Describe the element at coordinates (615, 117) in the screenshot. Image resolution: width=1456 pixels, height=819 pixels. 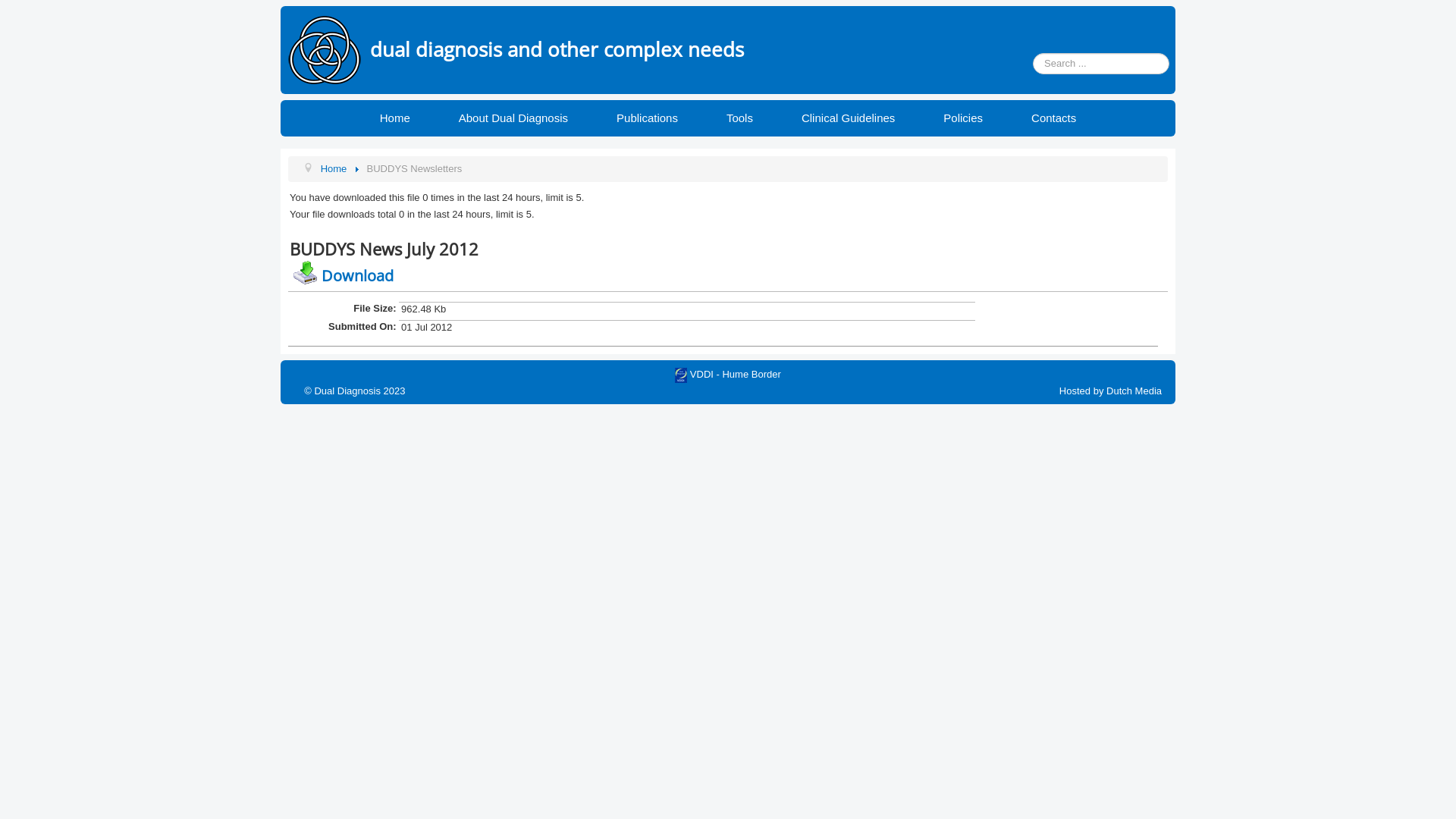
I see `'Publications'` at that location.